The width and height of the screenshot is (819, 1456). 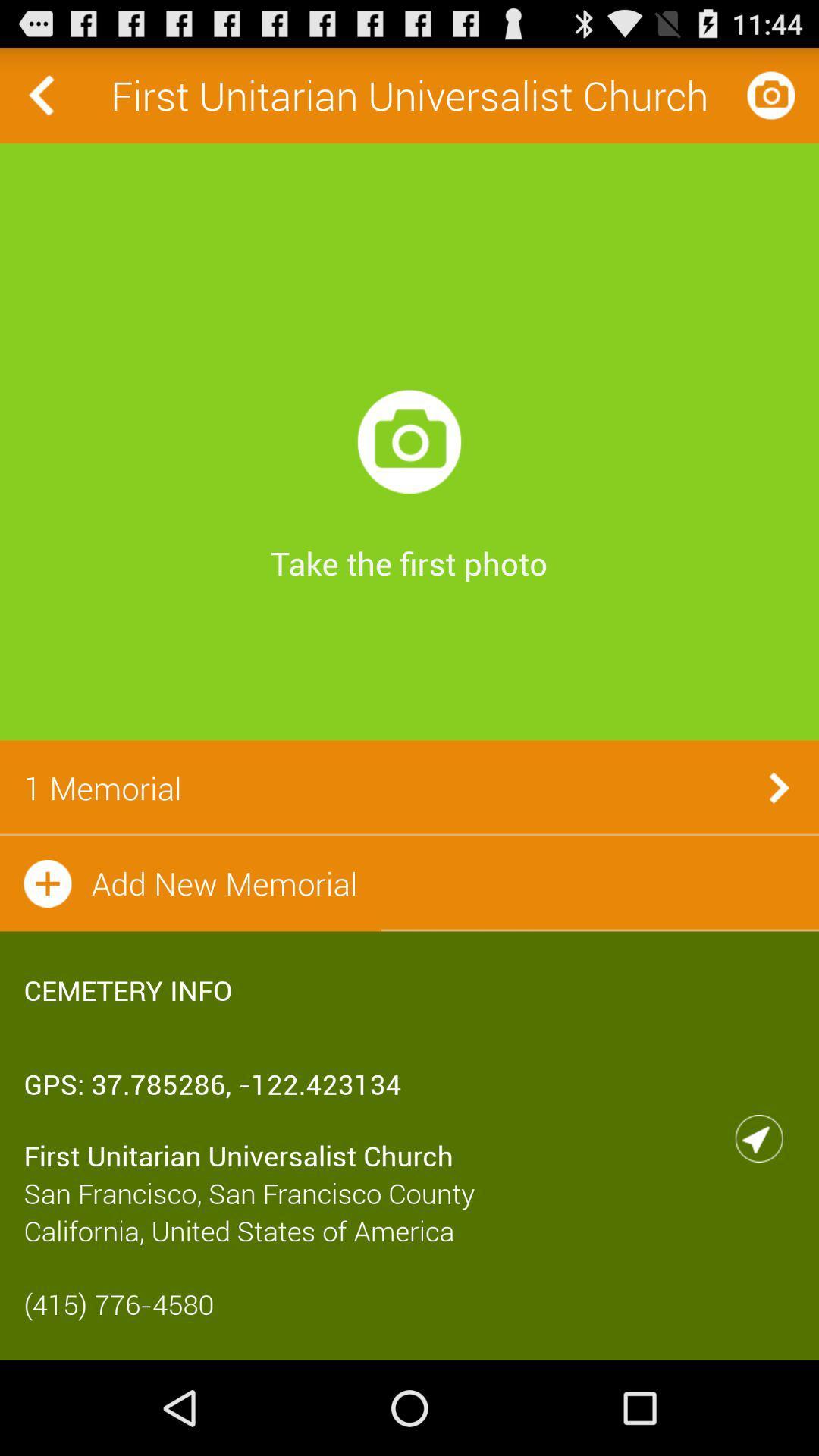 What do you see at coordinates (409, 441) in the screenshot?
I see `icon below the first unitarian universalist icon` at bounding box center [409, 441].